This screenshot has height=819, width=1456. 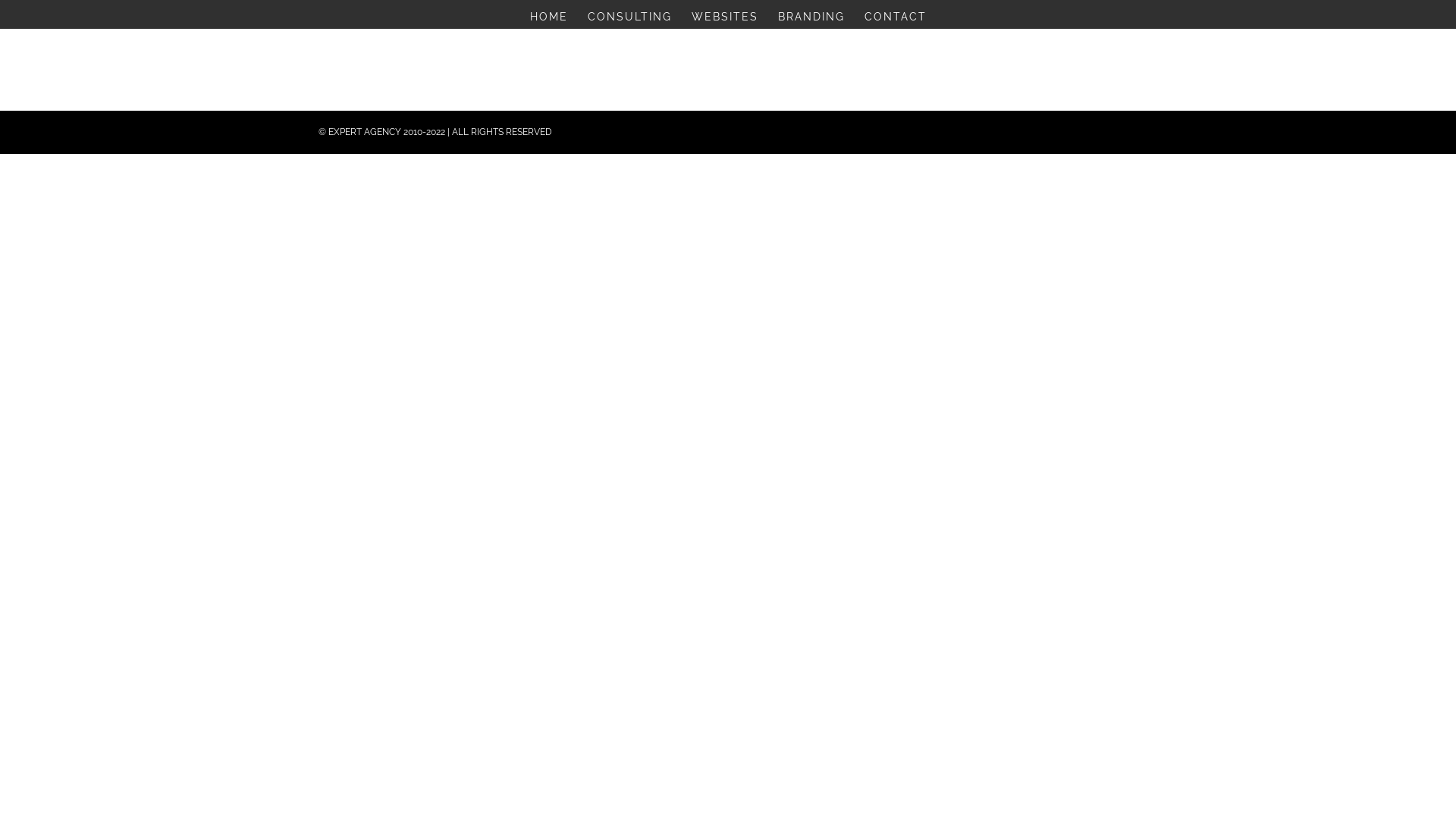 What do you see at coordinates (548, 20) in the screenshot?
I see `'HOME'` at bounding box center [548, 20].